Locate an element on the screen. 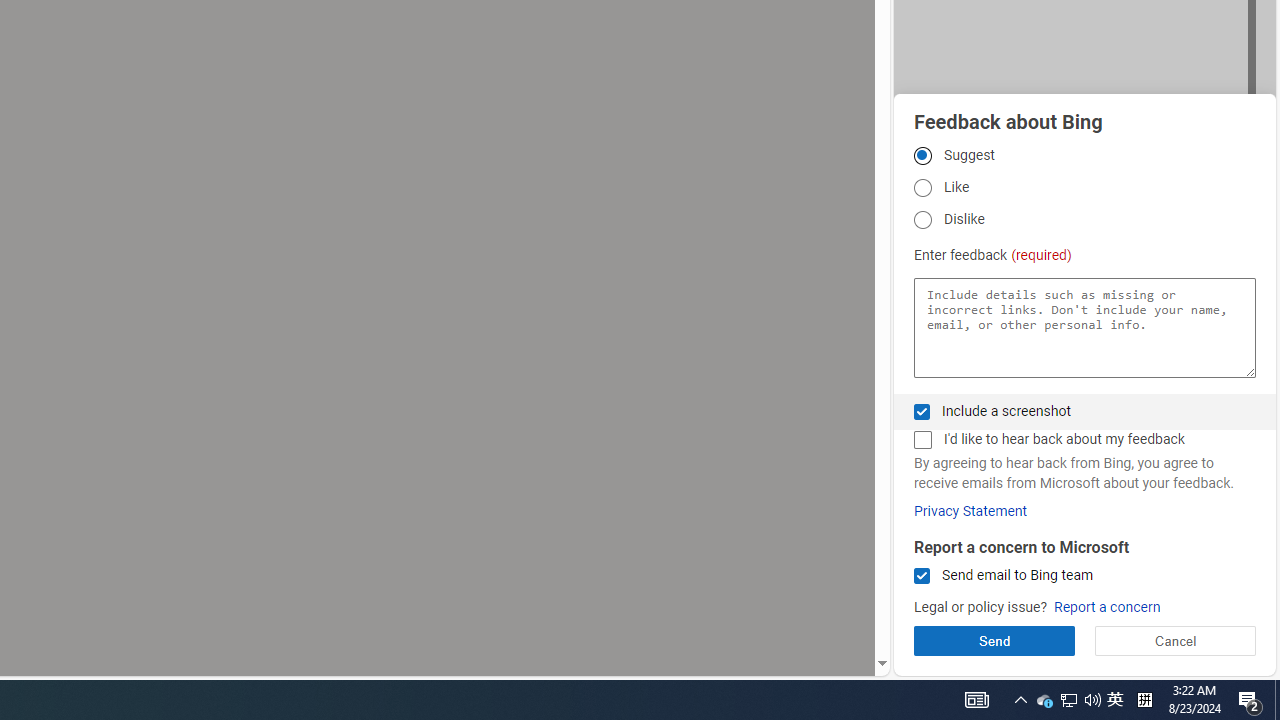 This screenshot has width=1280, height=720. 'Send email to Bing team' is located at coordinates (921, 576).